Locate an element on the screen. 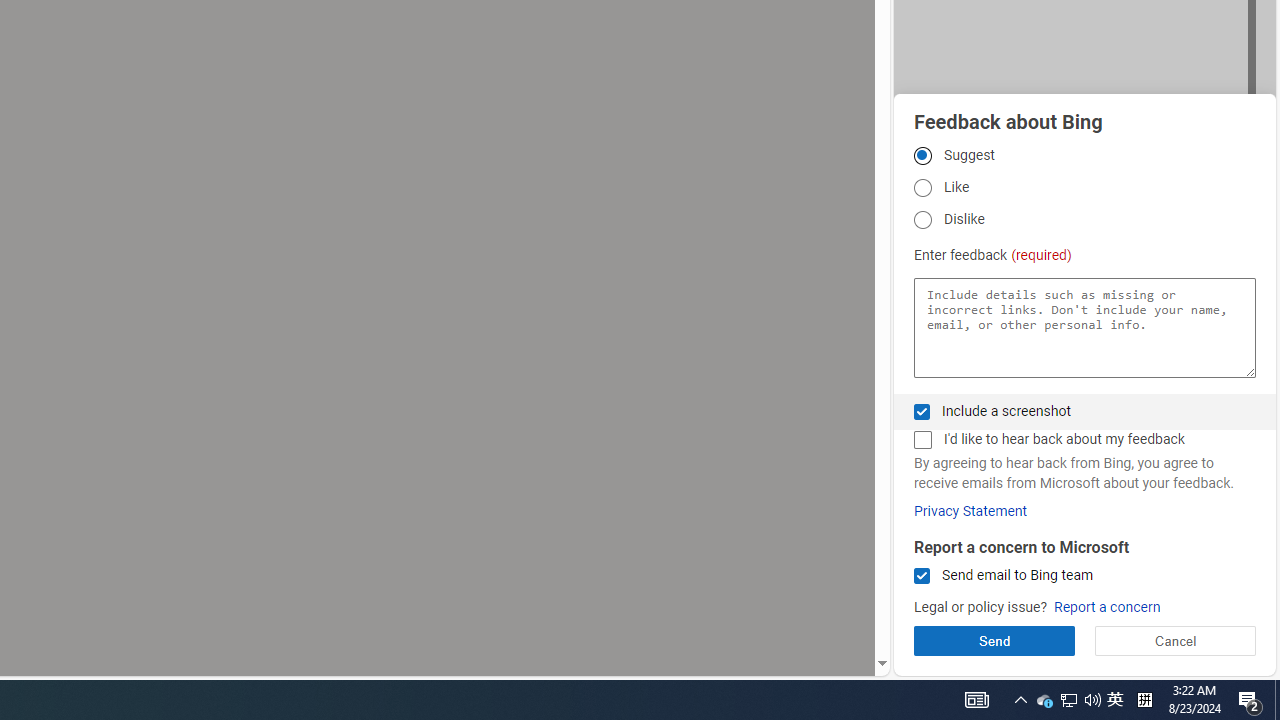 This screenshot has width=1280, height=720. 'Send email to Bing team' is located at coordinates (921, 576).